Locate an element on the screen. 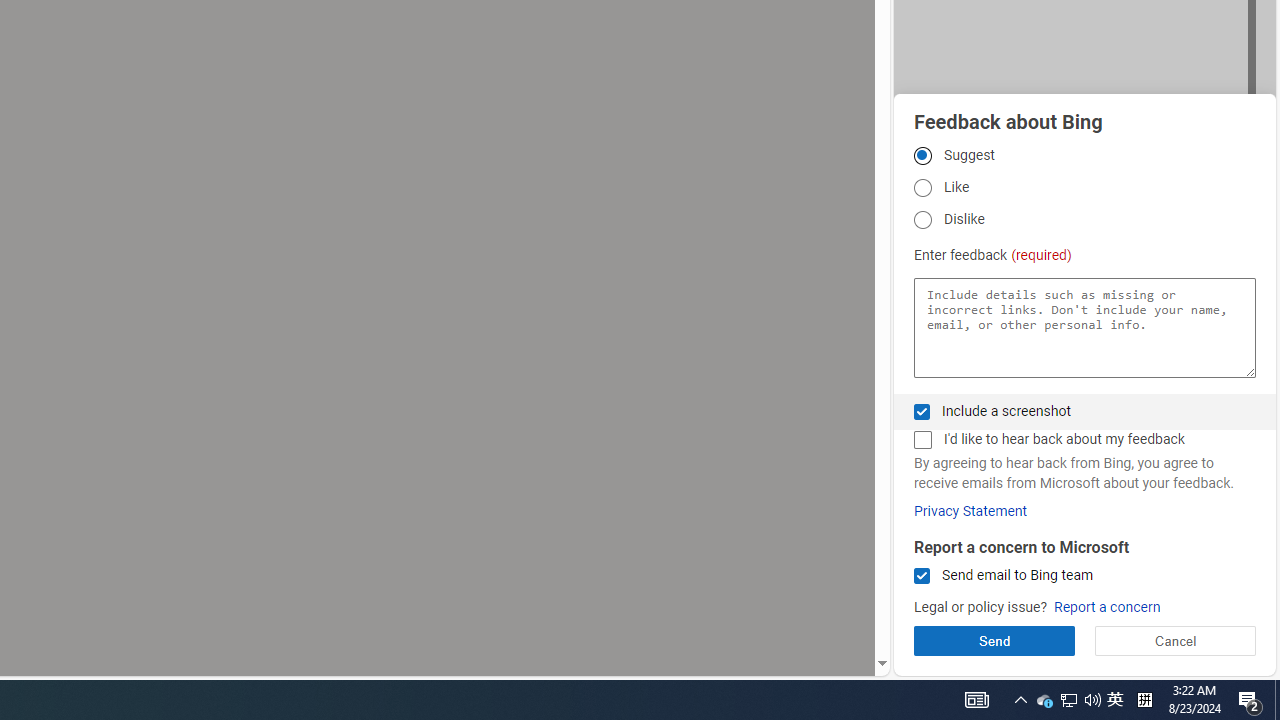 This screenshot has width=1280, height=720. 'Send email to Bing team' is located at coordinates (921, 576).